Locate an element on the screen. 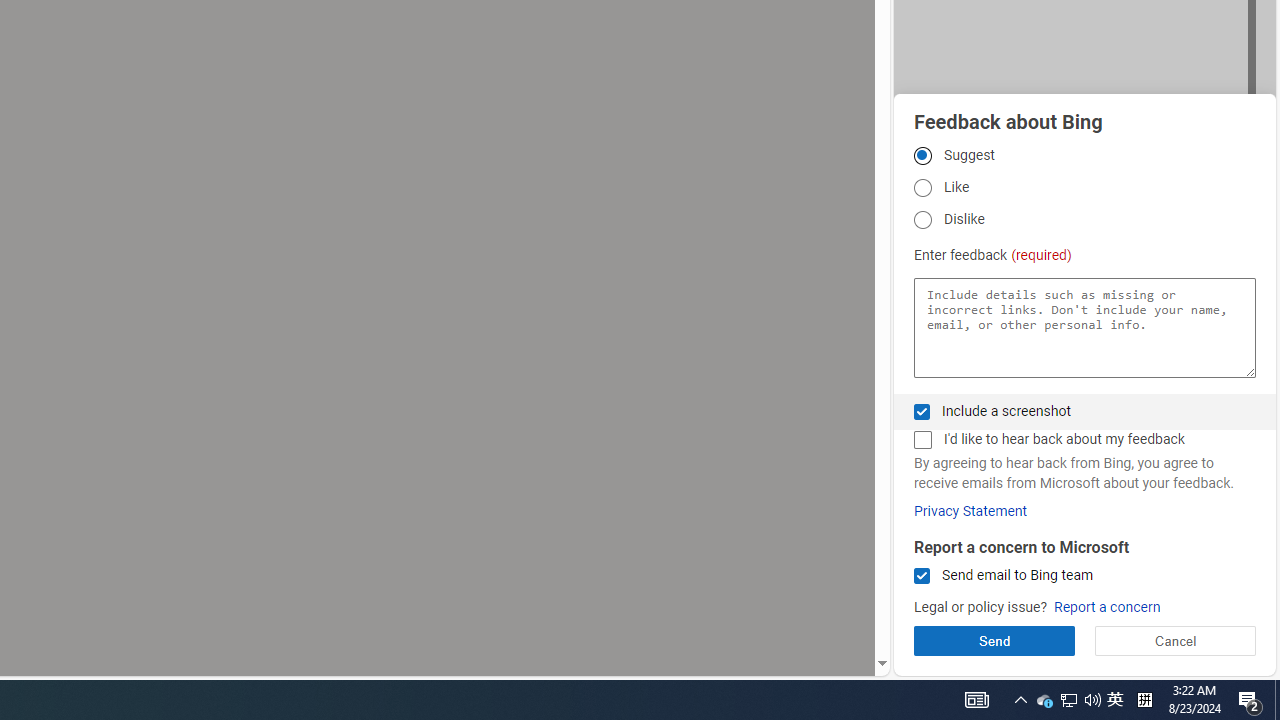 This screenshot has width=1280, height=720. 'Send email to Bing team' is located at coordinates (921, 576).